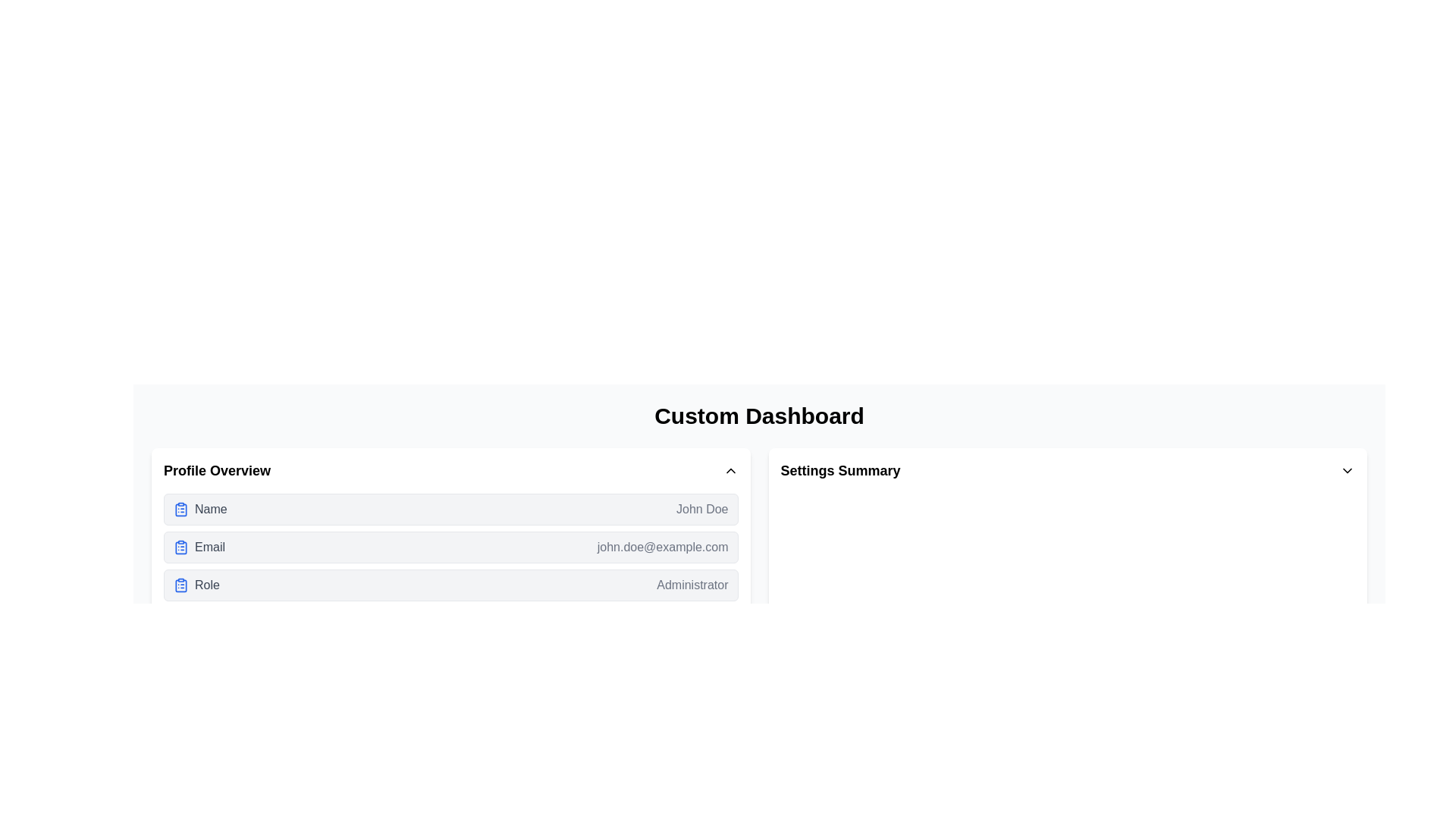  What do you see at coordinates (692, 584) in the screenshot?
I see `the 'Administrator' label located in the 'Role' section under the 'Profile Overview' panel on the left side of the interface, which follows the 'Role' label` at bounding box center [692, 584].